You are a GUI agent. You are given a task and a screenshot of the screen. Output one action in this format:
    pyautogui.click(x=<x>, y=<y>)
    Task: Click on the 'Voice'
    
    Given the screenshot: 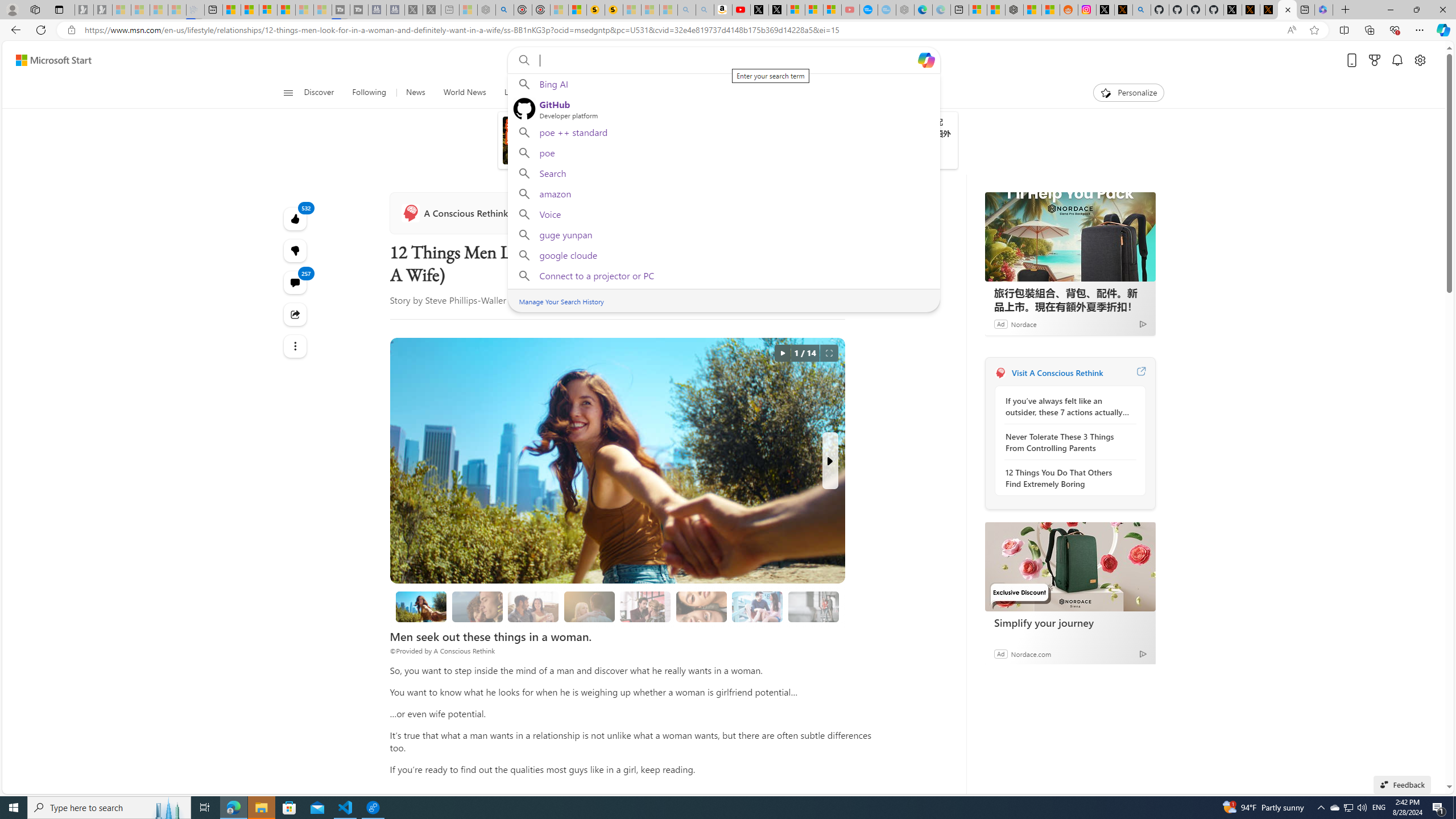 What is the action you would take?
    pyautogui.click(x=723, y=213)
    